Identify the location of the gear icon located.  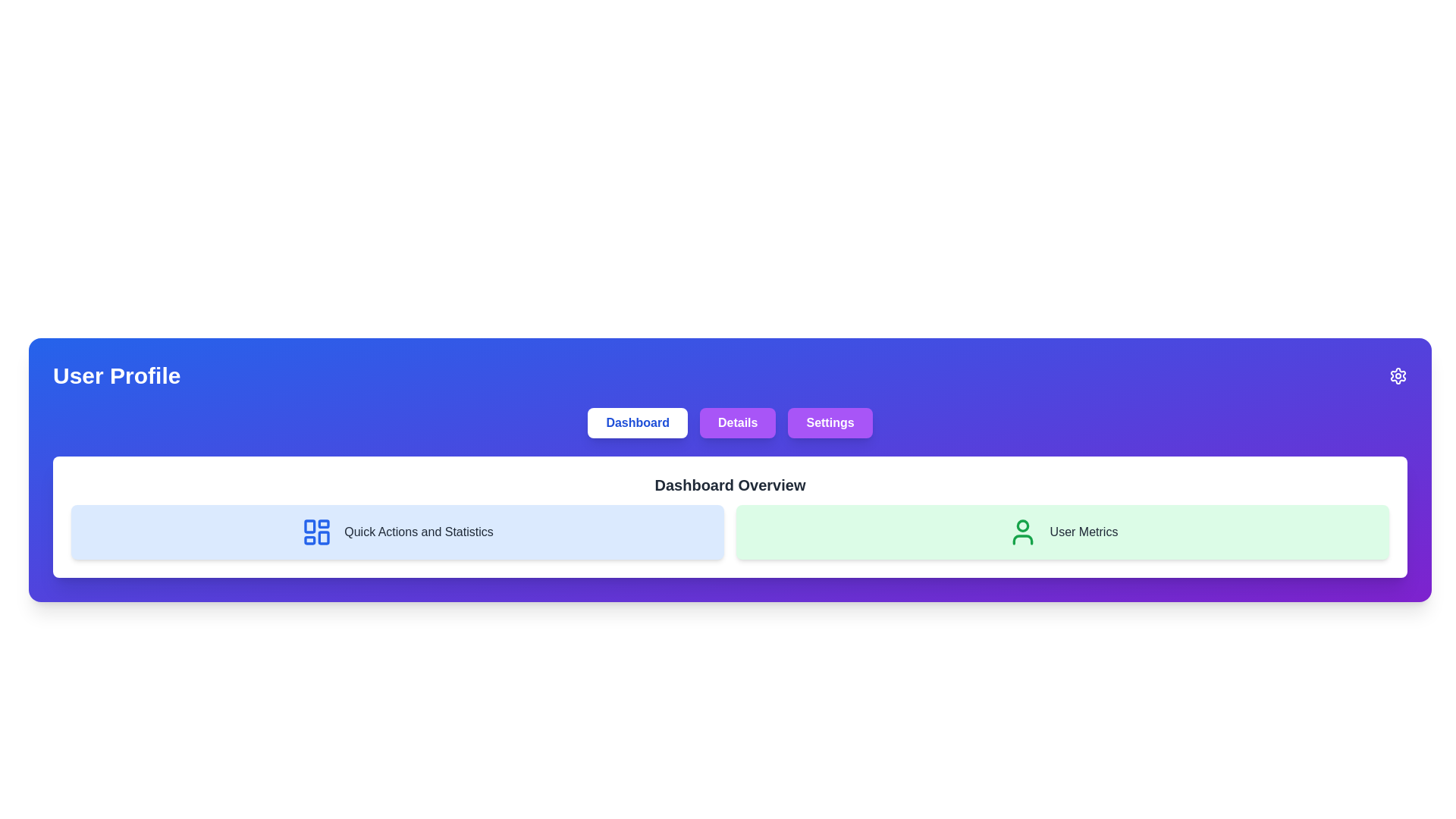
(1397, 375).